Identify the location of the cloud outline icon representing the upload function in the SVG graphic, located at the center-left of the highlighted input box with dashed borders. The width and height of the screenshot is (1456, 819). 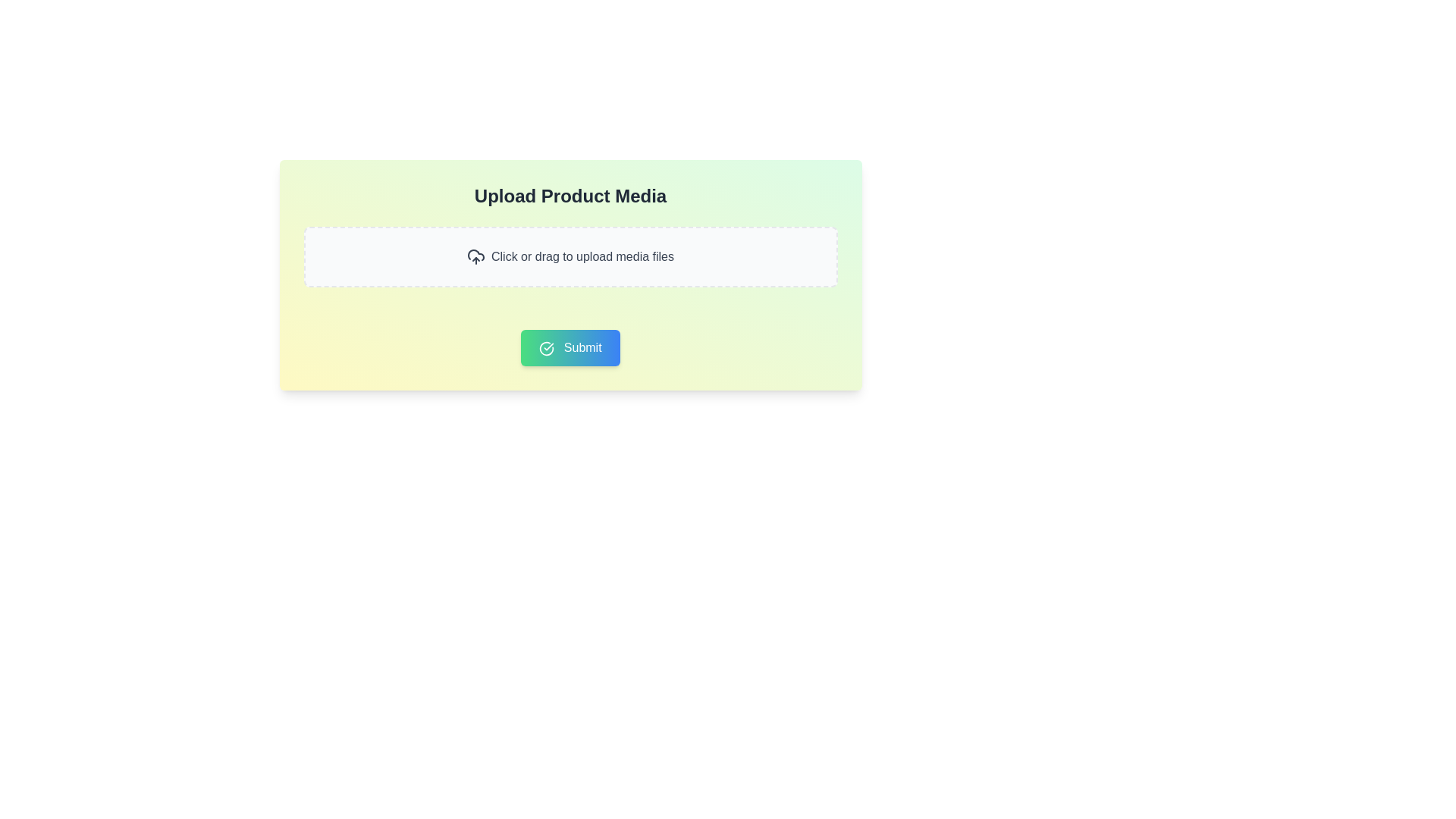
(475, 254).